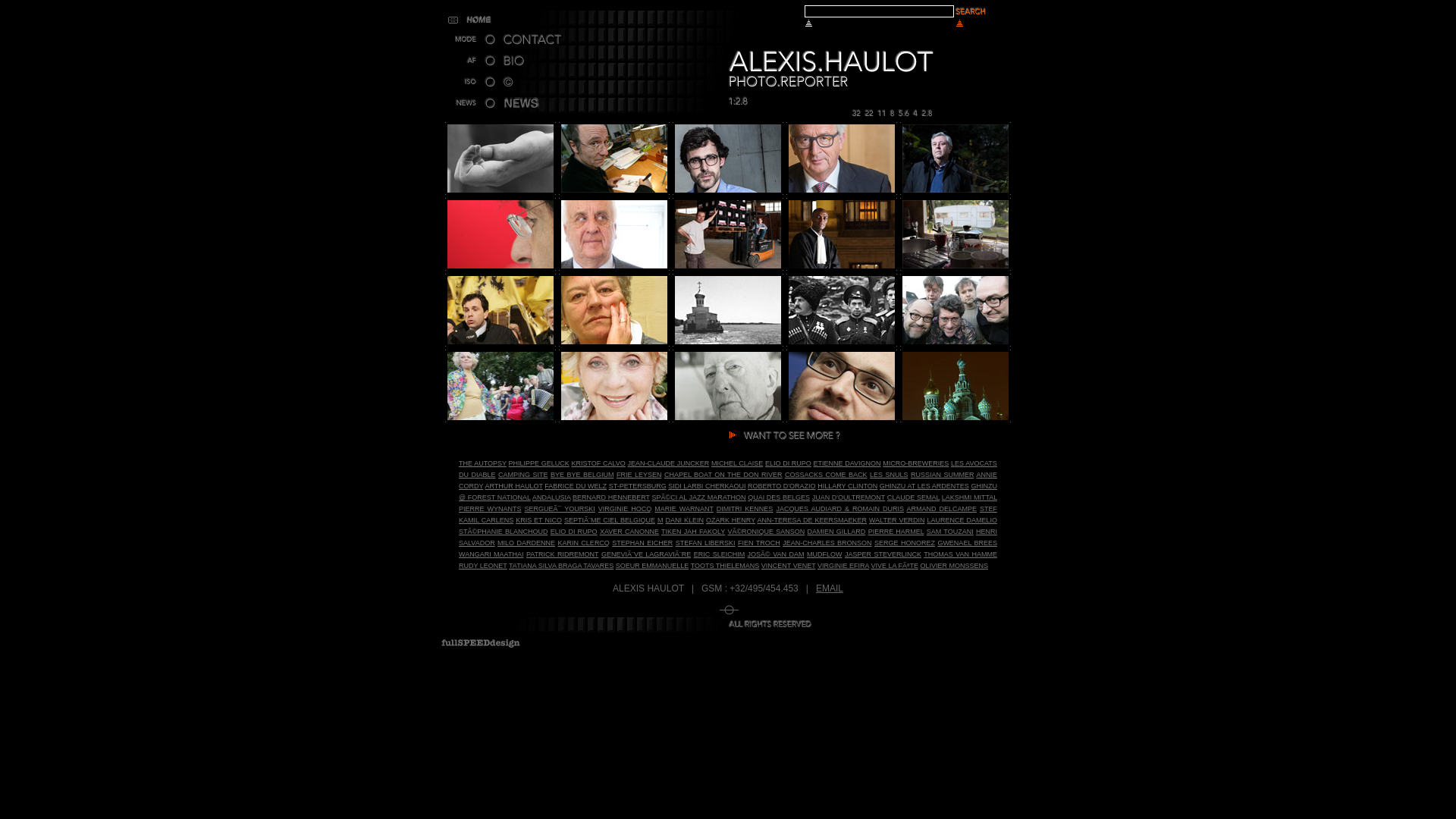 This screenshot has width=1456, height=819. I want to click on 'JUAN D'OULTREMONT', so click(848, 497).